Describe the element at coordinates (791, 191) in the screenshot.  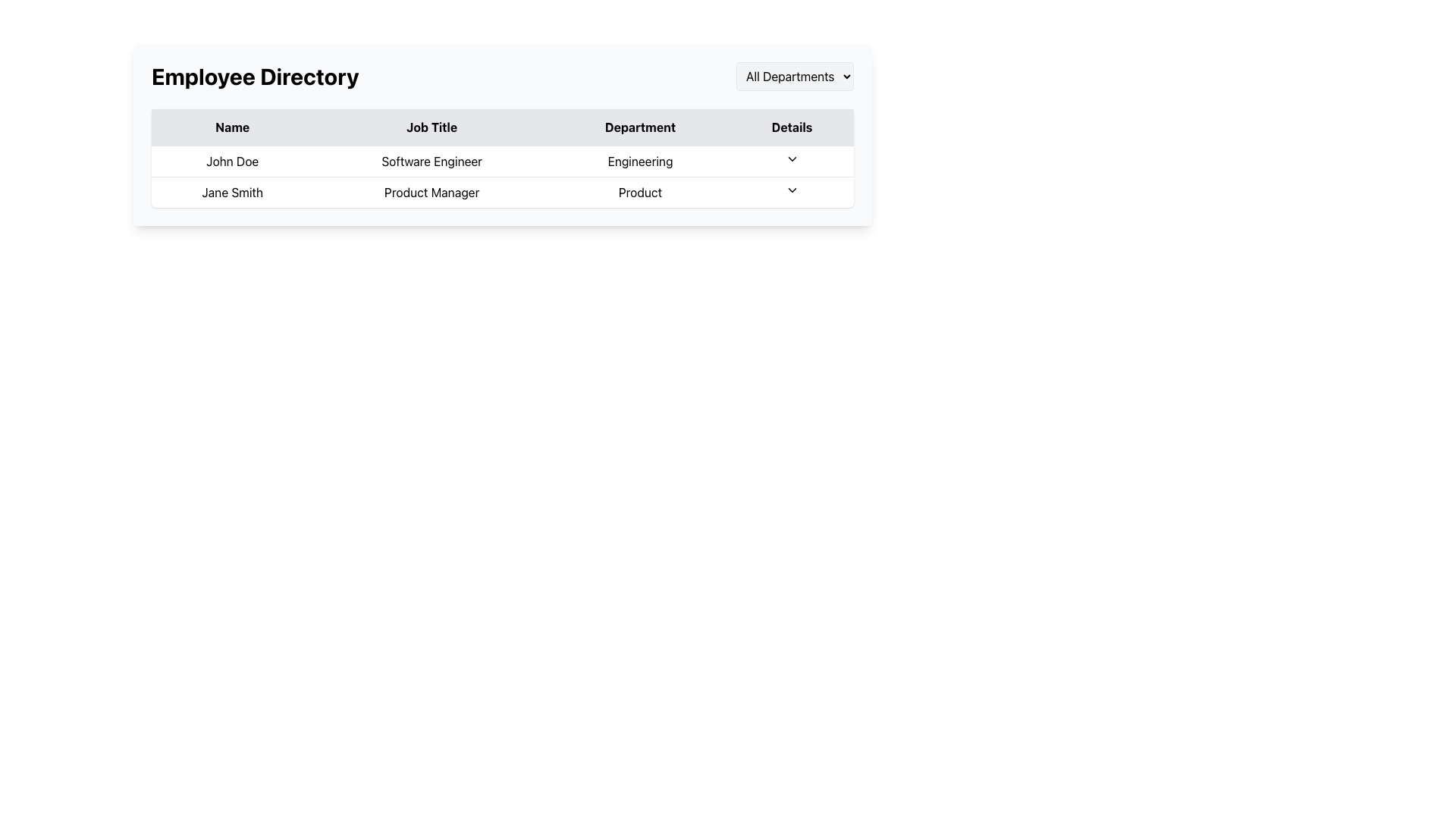
I see `the downward-pointing triangle icon at the far right of the 'Jane Smith Product Manager Product' row` at that location.